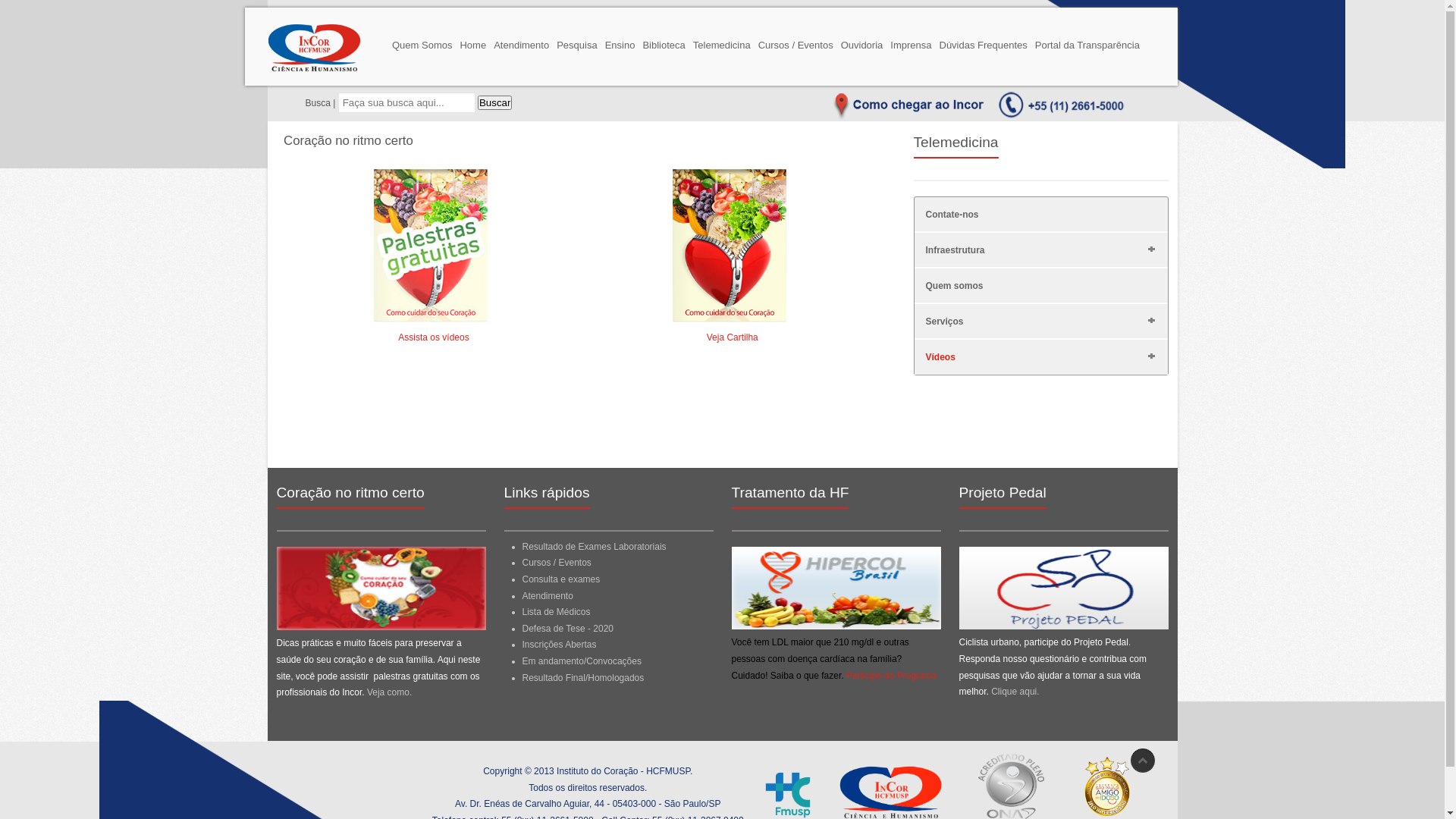 The width and height of the screenshot is (1456, 819). What do you see at coordinates (1142, 760) in the screenshot?
I see `'Back to Top'` at bounding box center [1142, 760].